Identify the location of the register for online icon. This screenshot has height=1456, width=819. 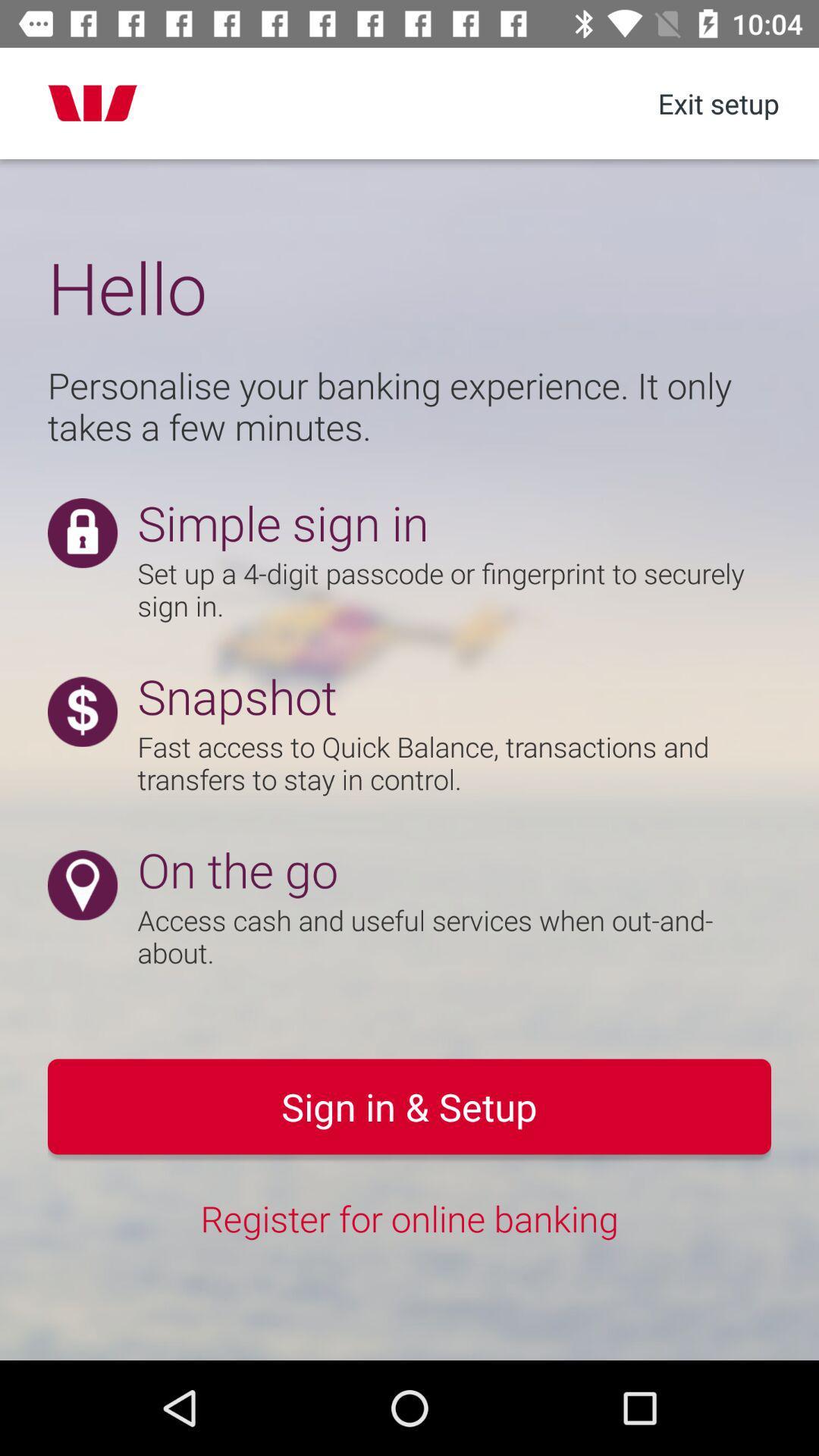
(409, 1218).